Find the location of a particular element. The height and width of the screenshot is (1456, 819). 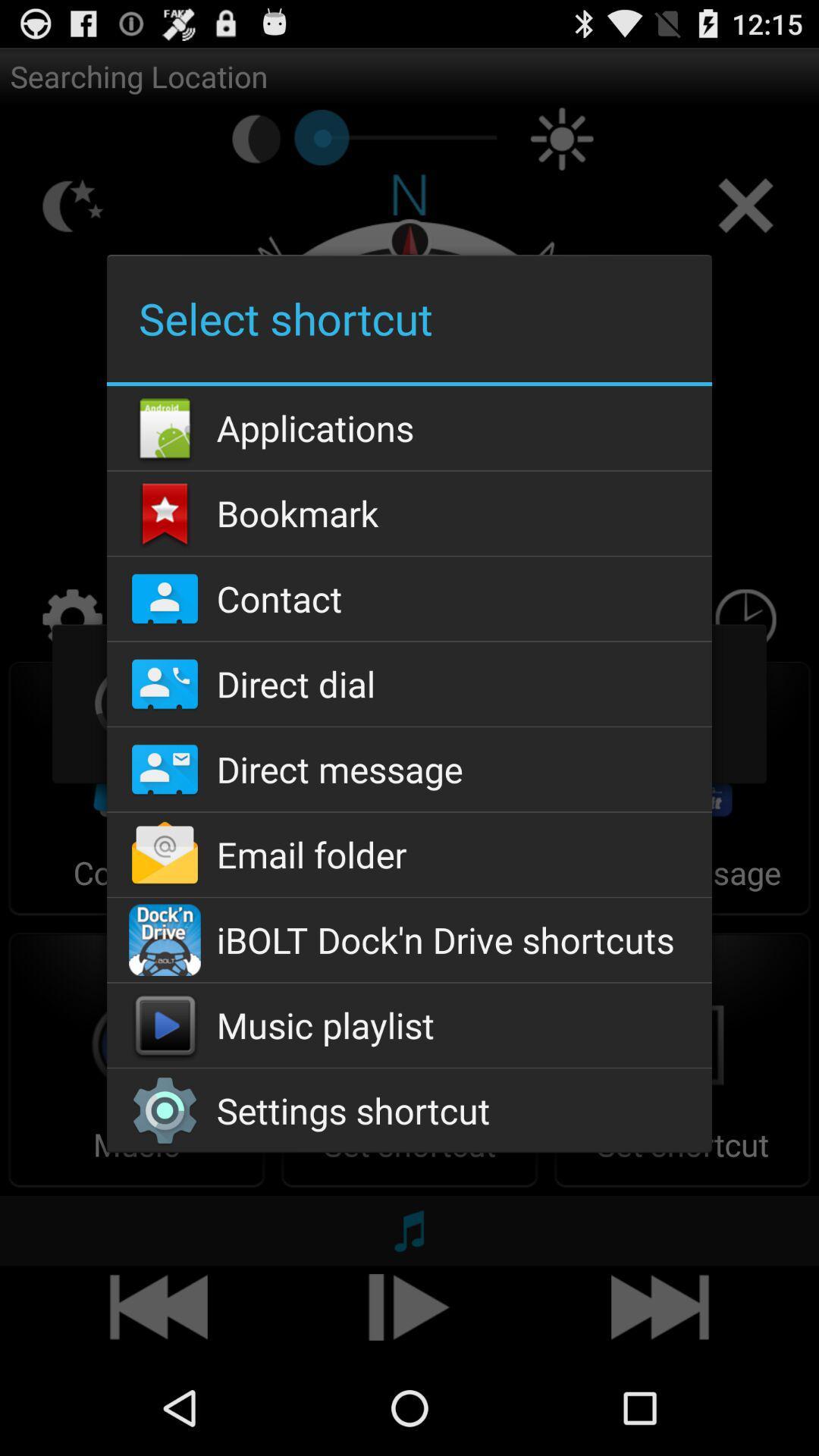

the contact item is located at coordinates (409, 598).